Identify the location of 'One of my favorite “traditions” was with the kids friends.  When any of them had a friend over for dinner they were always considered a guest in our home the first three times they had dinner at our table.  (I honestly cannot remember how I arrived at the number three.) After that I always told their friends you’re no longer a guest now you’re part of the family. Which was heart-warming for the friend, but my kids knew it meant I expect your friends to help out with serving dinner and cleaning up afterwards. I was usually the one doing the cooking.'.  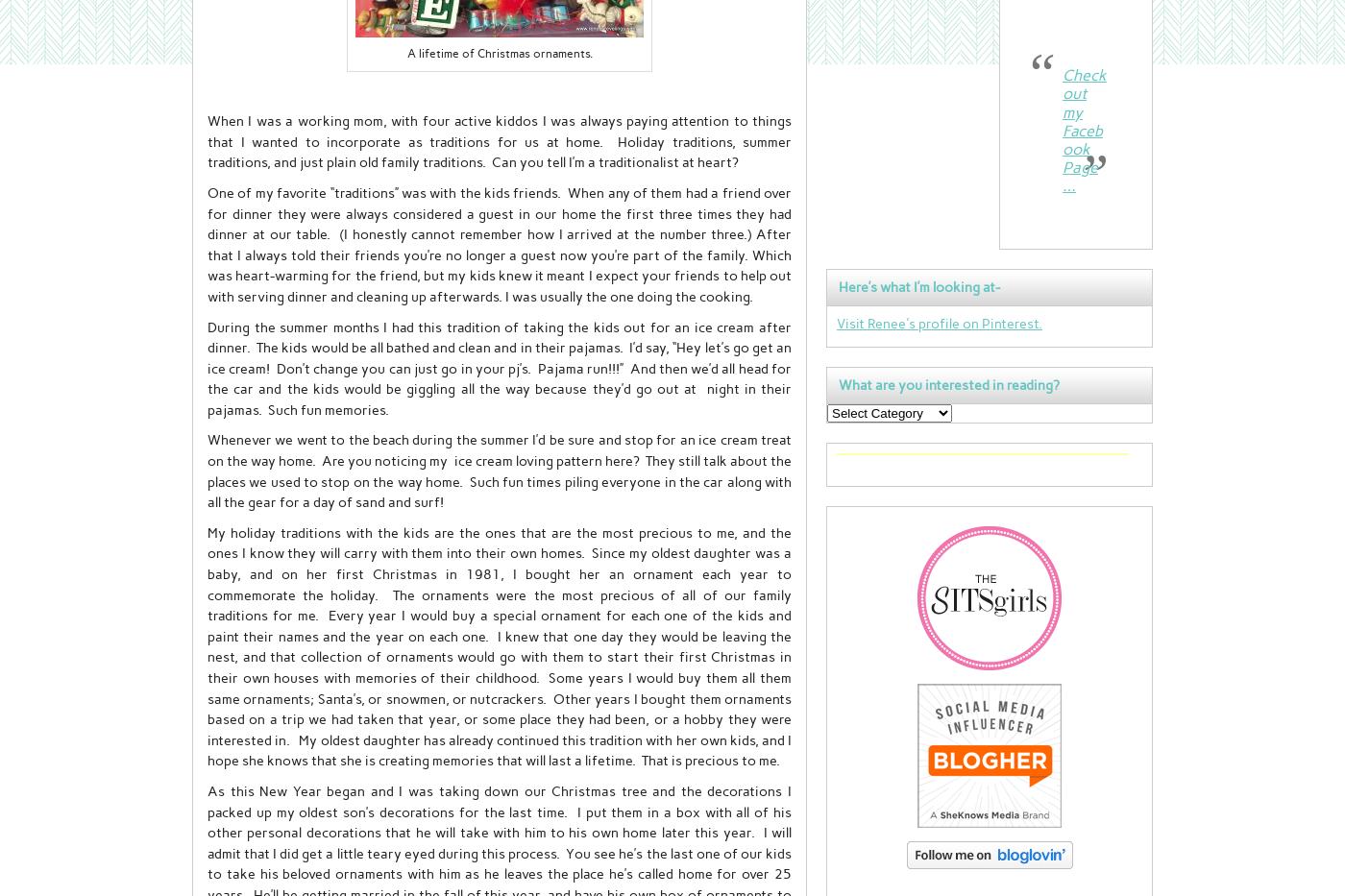
(208, 242).